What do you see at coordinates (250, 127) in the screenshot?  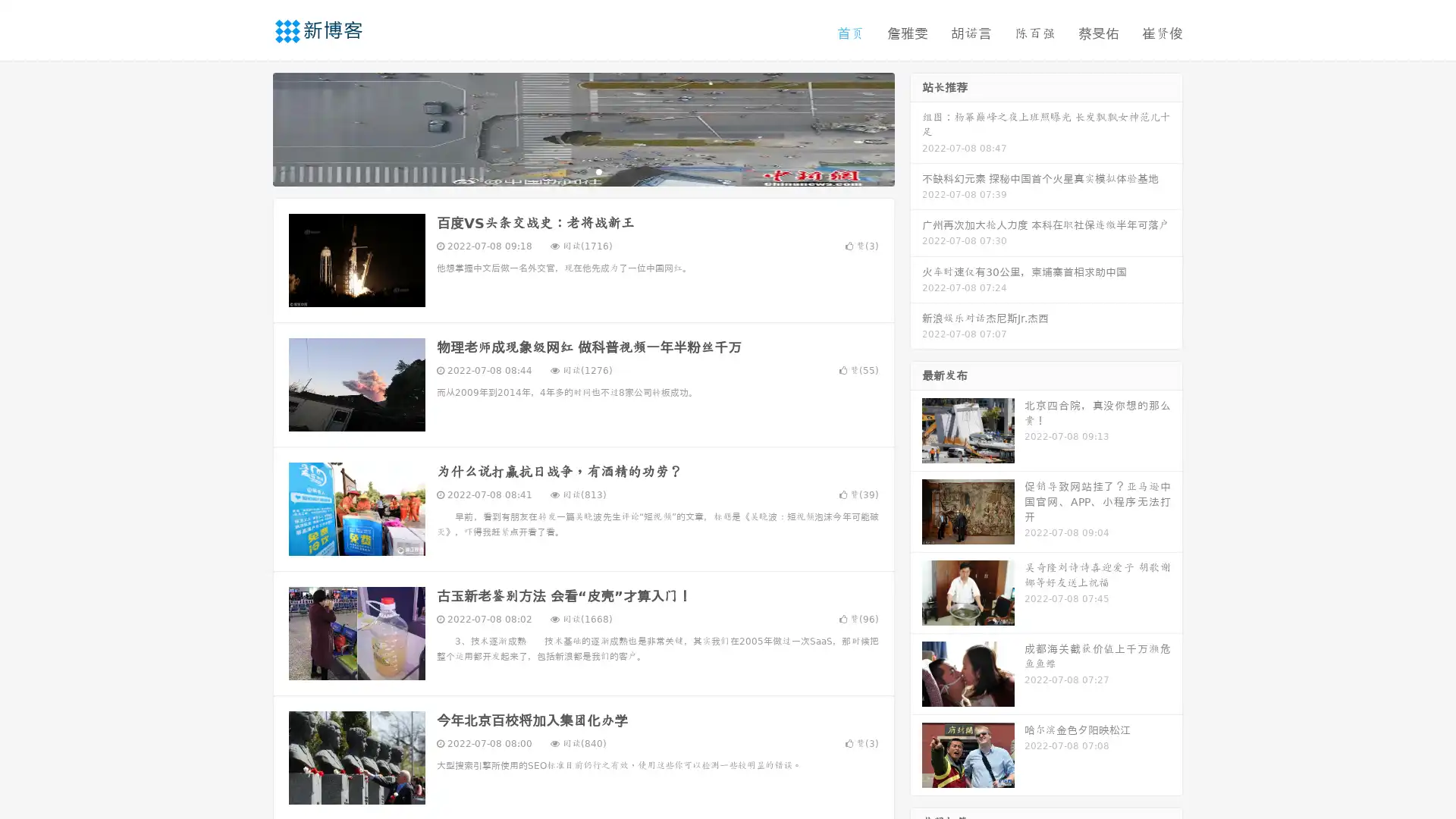 I see `Previous slide` at bounding box center [250, 127].